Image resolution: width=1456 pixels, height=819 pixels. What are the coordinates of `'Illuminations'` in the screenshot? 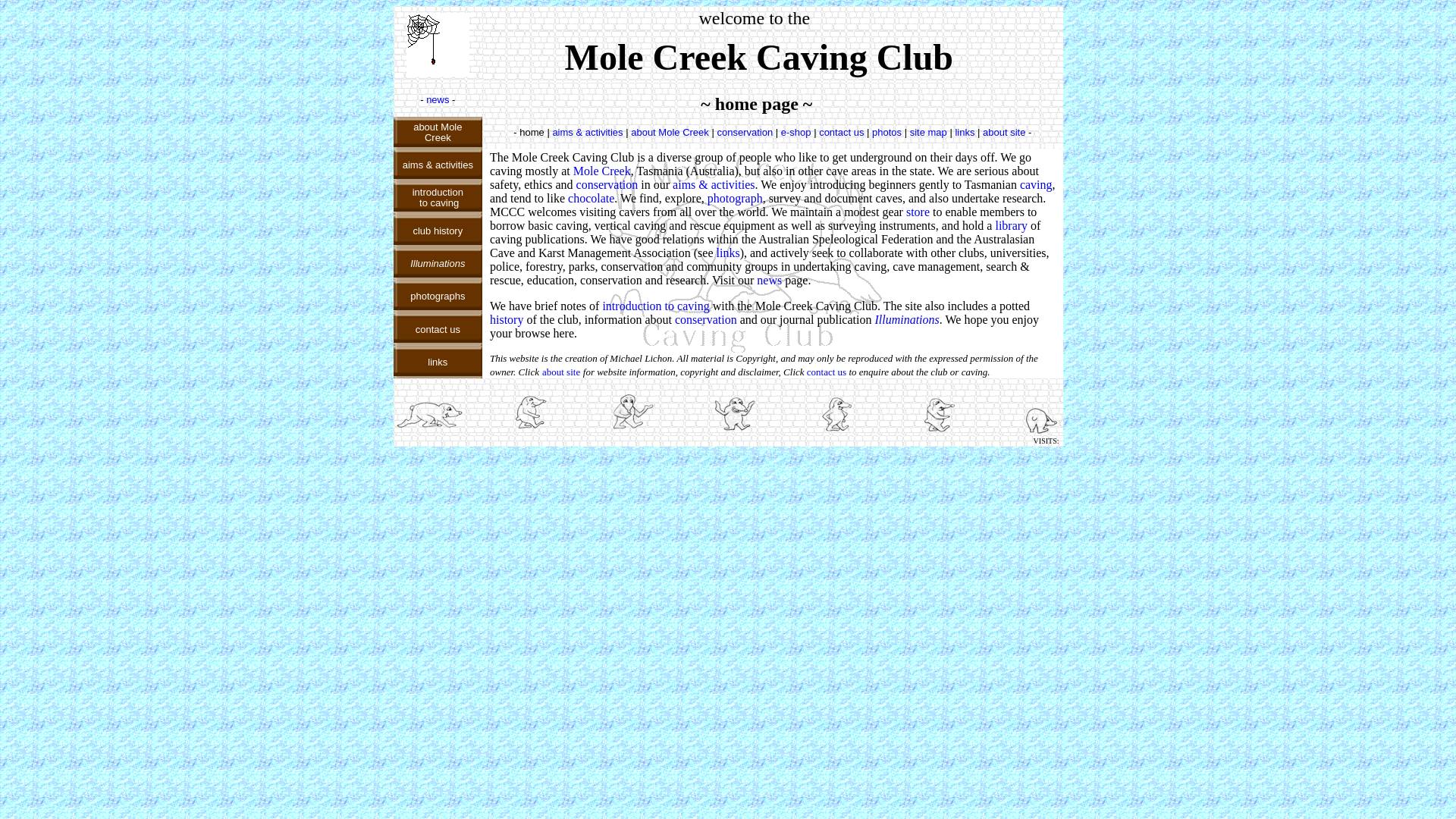 It's located at (906, 318).